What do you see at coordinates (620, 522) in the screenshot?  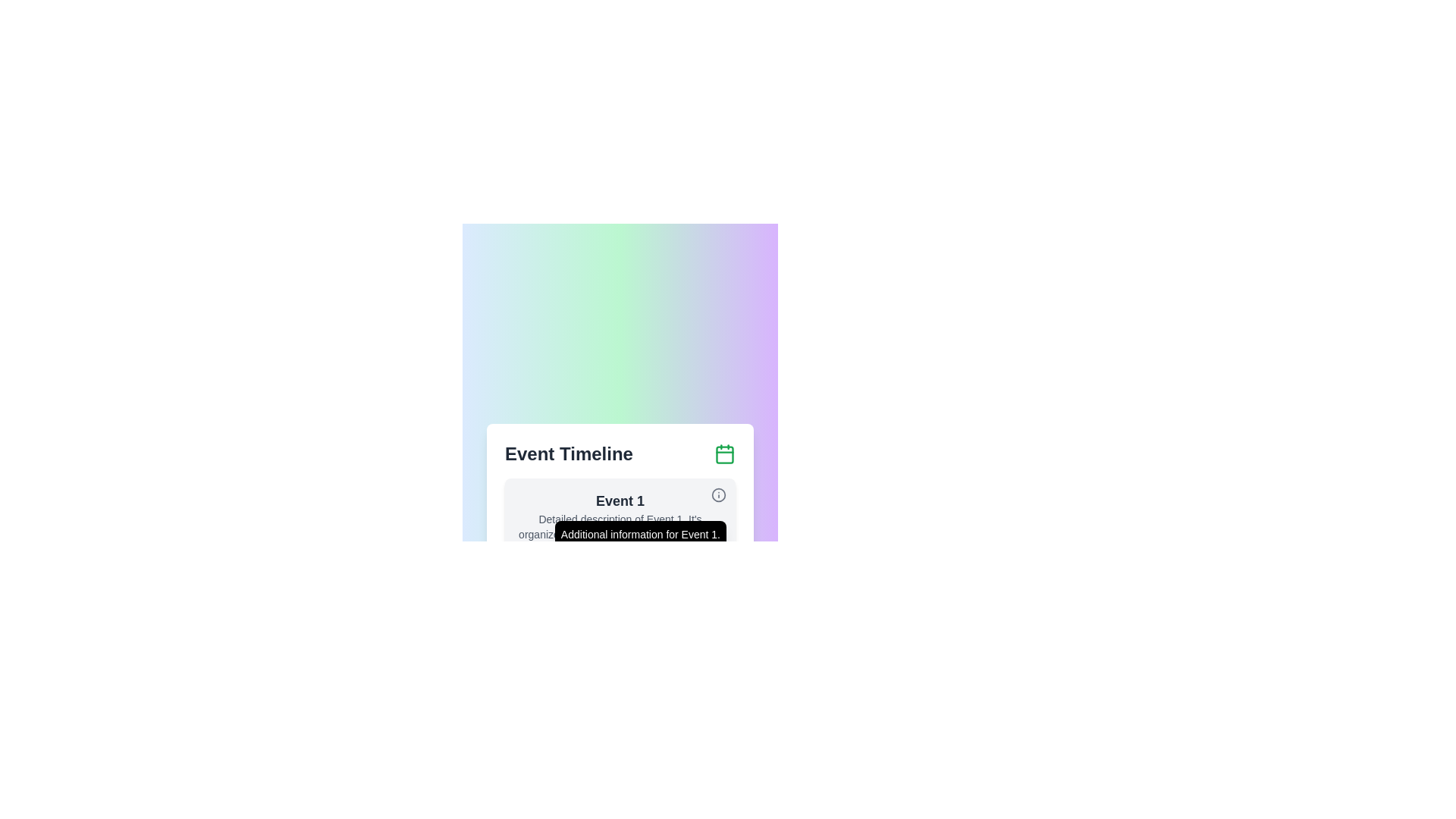 I see `displayed text from the tooltip with a black background and white text stating 'Additional information for Event 1.', located directly below the 'Detailed description of Event 1'` at bounding box center [620, 522].